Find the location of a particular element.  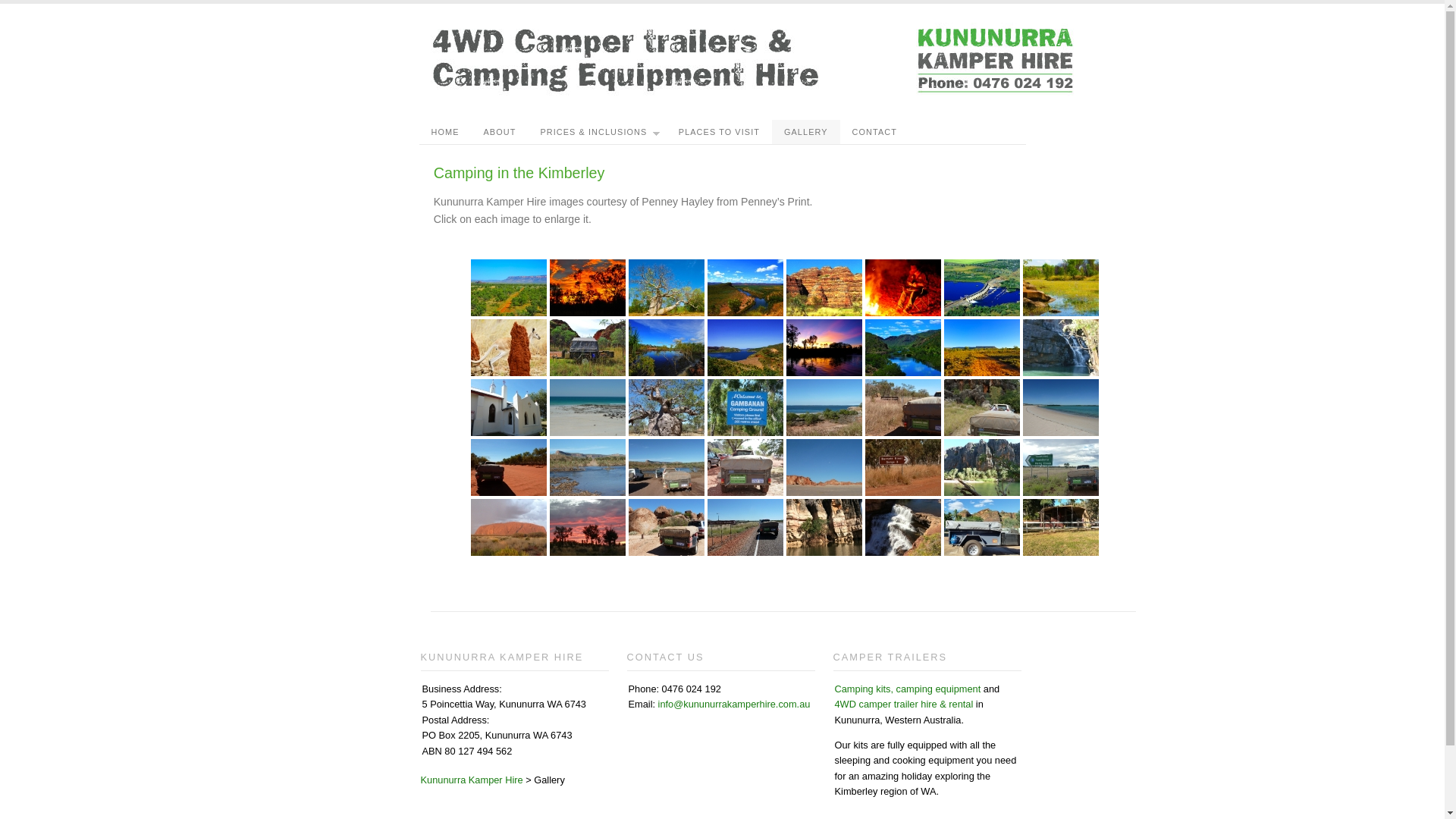

'Camping kits, camping equipment' is located at coordinates (907, 689).